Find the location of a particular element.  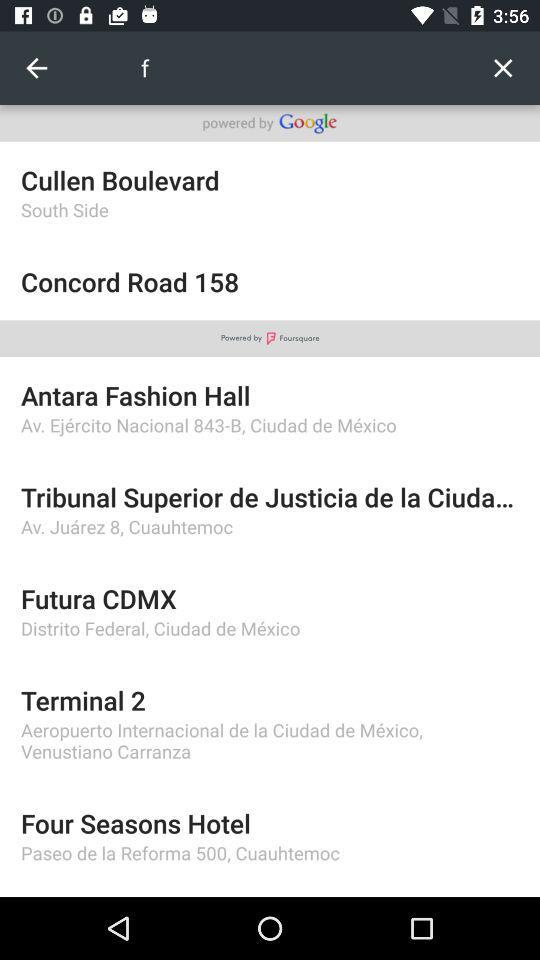

concord road 158 icon is located at coordinates (270, 280).